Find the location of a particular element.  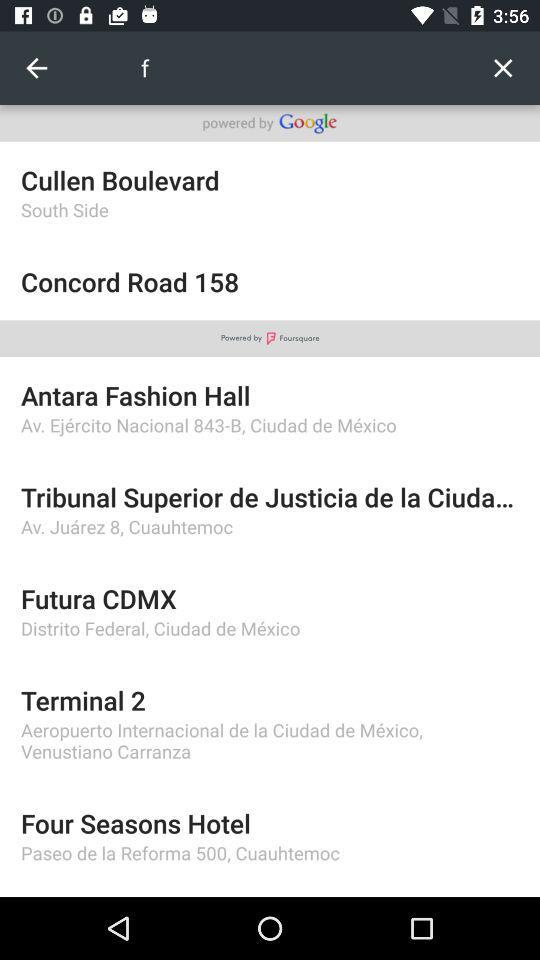

concord road 158 icon is located at coordinates (270, 280).